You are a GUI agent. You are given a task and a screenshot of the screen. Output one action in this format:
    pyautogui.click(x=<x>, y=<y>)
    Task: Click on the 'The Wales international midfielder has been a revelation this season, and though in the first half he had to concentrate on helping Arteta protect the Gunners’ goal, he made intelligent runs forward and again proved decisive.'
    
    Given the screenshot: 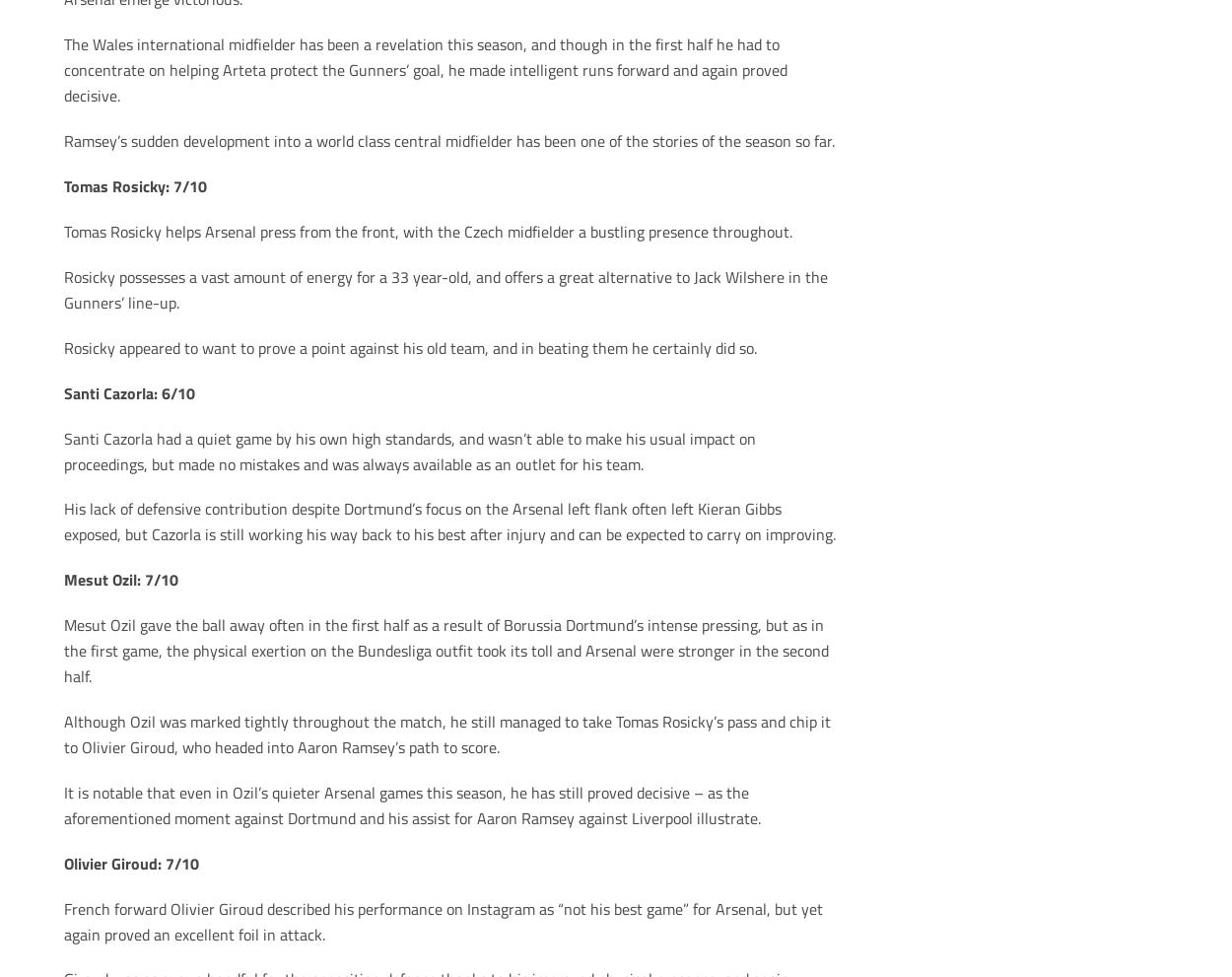 What is the action you would take?
    pyautogui.click(x=425, y=69)
    